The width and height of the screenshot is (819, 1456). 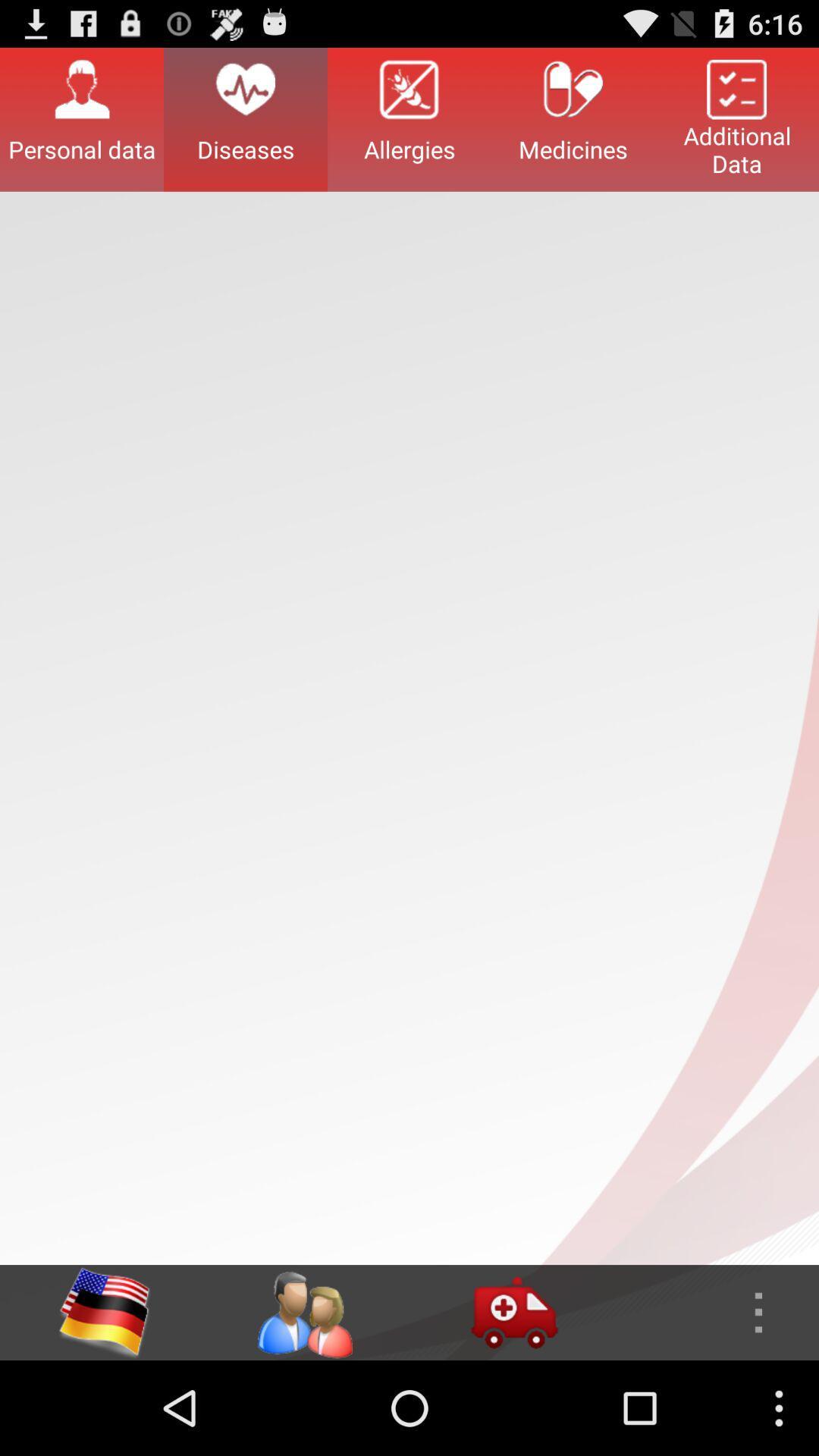 I want to click on the more icon, so click(x=714, y=1404).